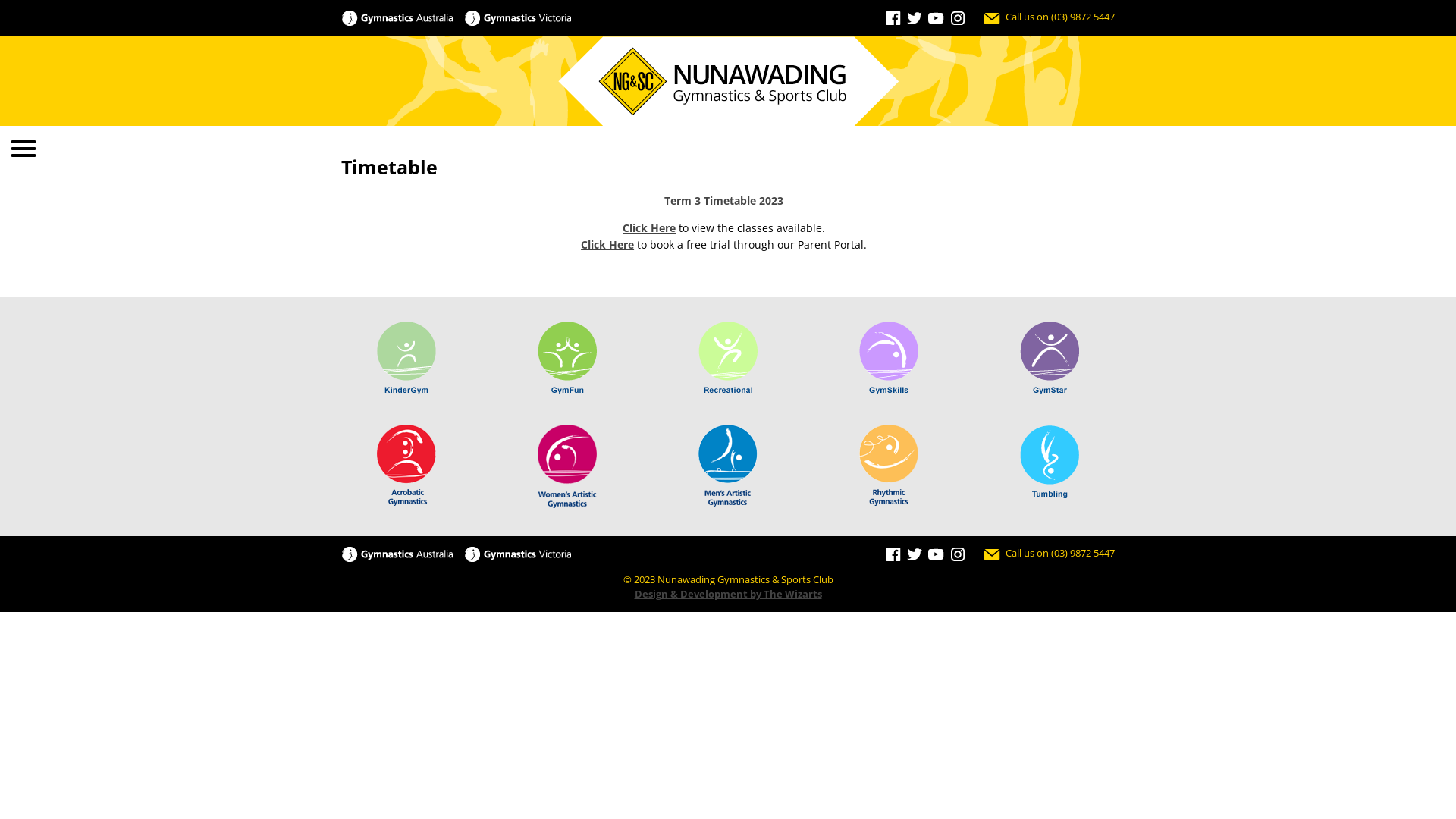  What do you see at coordinates (648, 227) in the screenshot?
I see `'Click Here'` at bounding box center [648, 227].